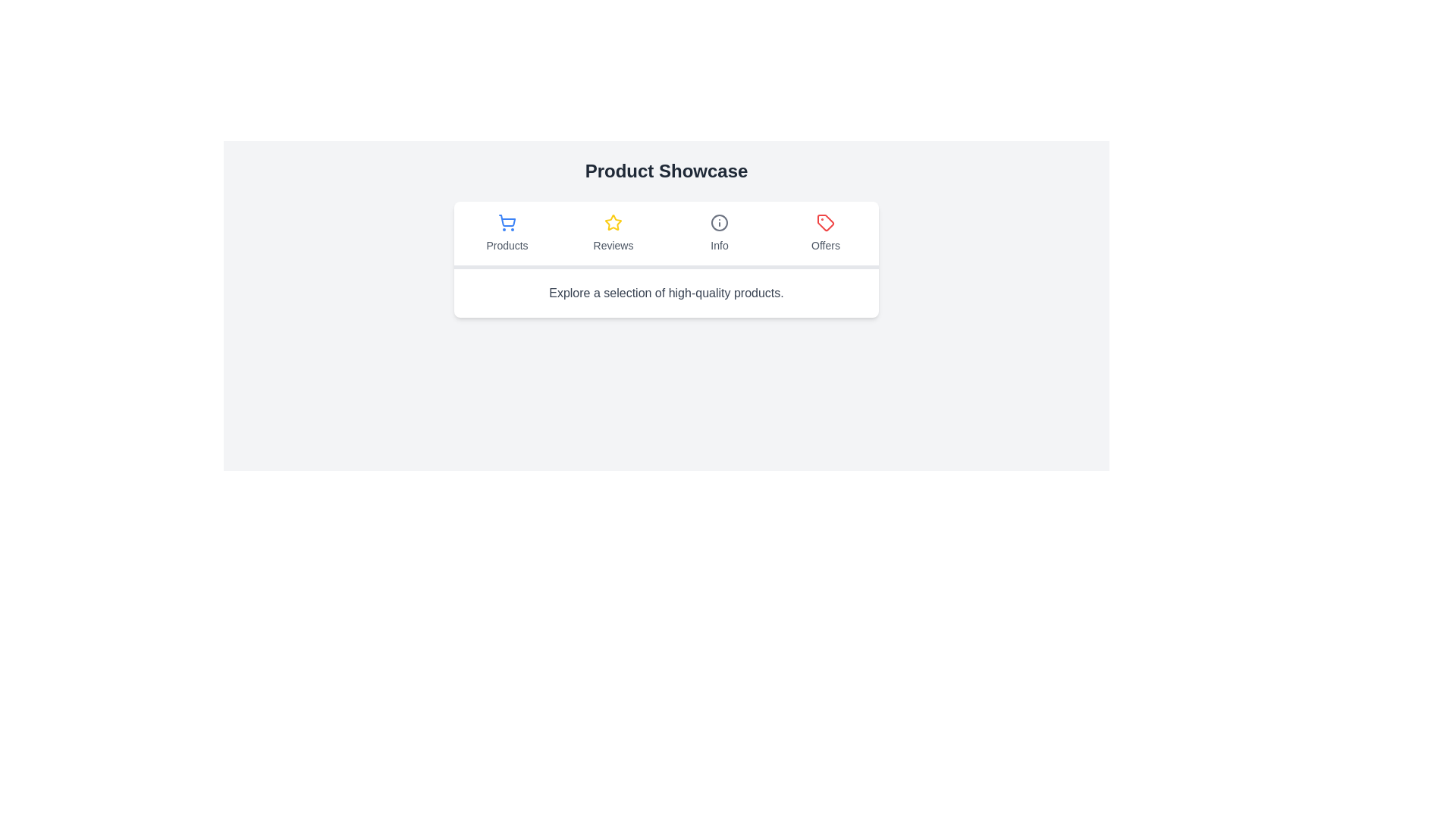  Describe the element at coordinates (666, 259) in the screenshot. I see `the navigation bar located below the title 'Product Showcase'` at that location.